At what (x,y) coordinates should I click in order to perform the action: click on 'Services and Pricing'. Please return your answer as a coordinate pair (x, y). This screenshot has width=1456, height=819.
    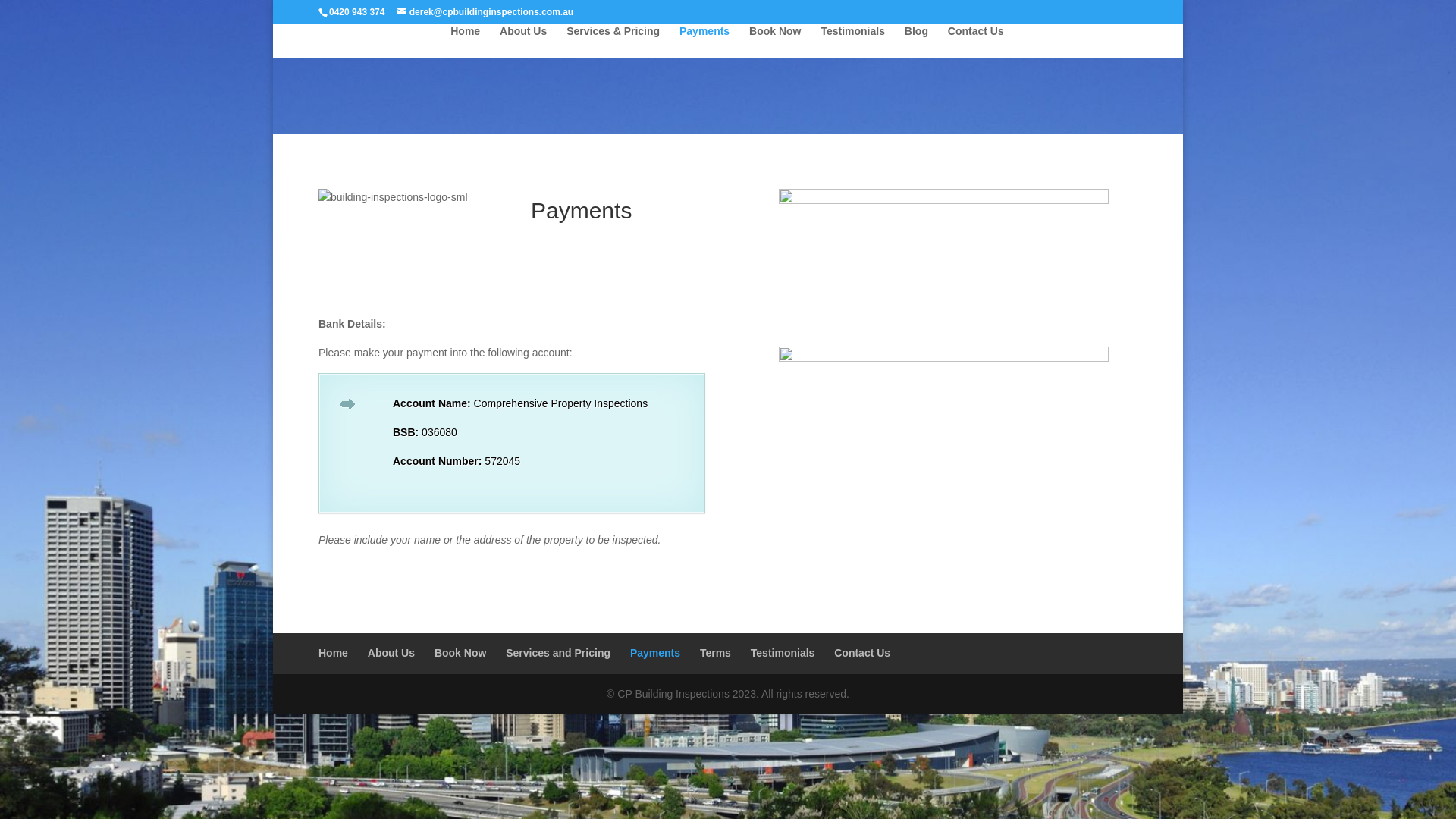
    Looking at the image, I should click on (557, 651).